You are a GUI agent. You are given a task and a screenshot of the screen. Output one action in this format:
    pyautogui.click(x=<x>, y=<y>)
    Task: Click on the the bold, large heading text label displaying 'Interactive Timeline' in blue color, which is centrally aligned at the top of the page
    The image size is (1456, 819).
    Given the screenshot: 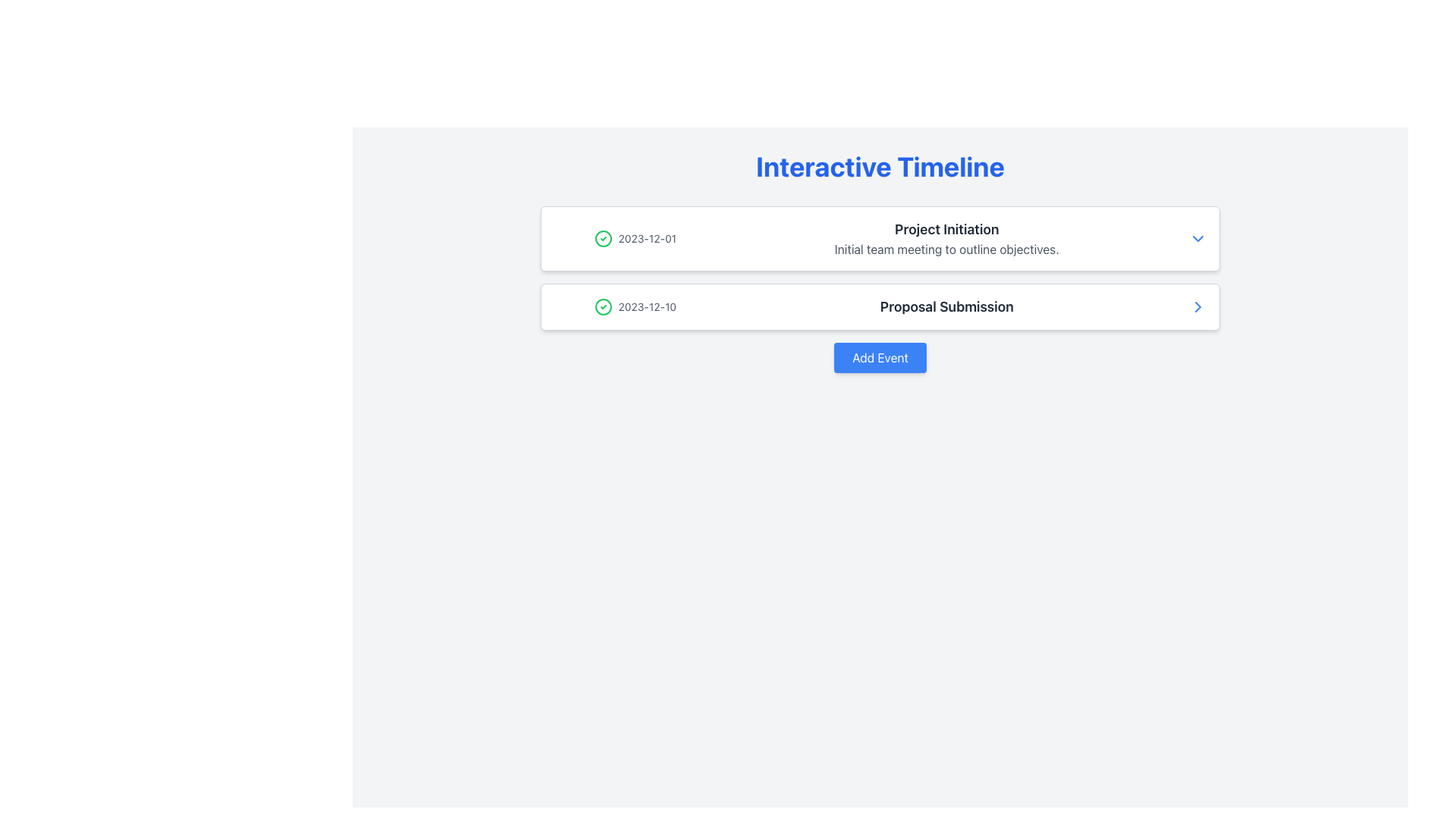 What is the action you would take?
    pyautogui.click(x=880, y=166)
    